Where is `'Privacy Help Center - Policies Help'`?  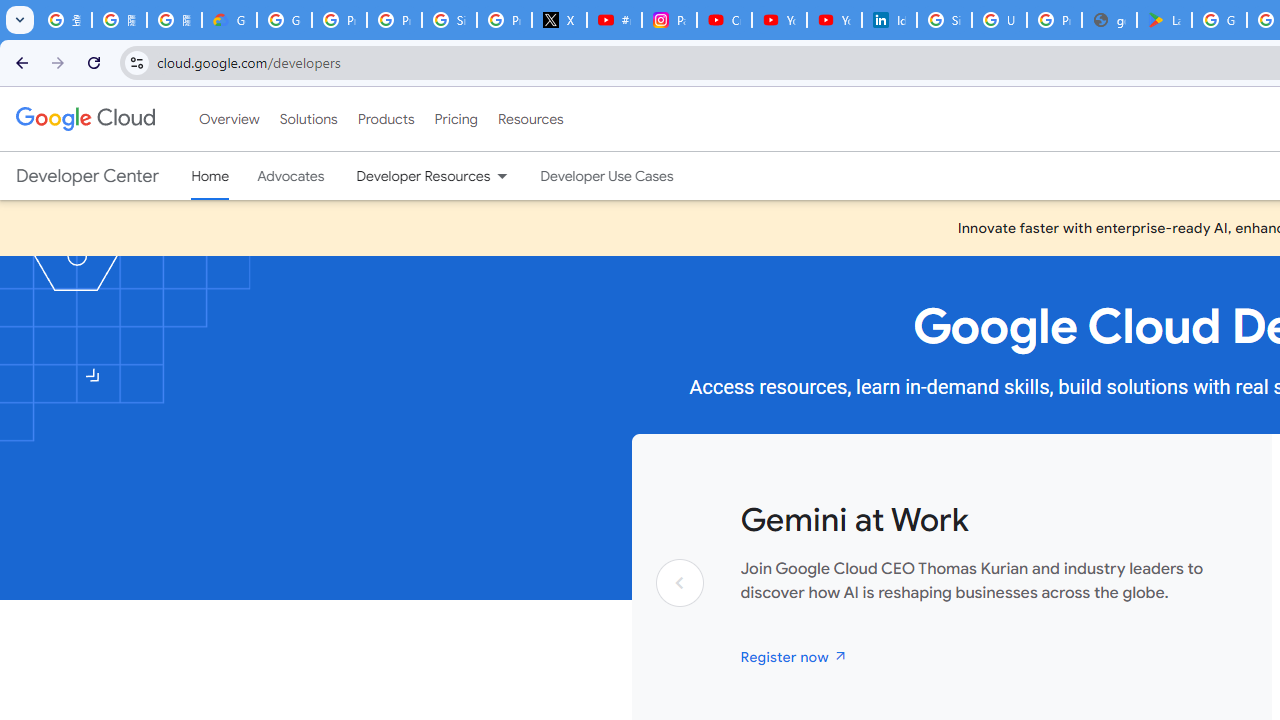 'Privacy Help Center - Policies Help' is located at coordinates (394, 20).